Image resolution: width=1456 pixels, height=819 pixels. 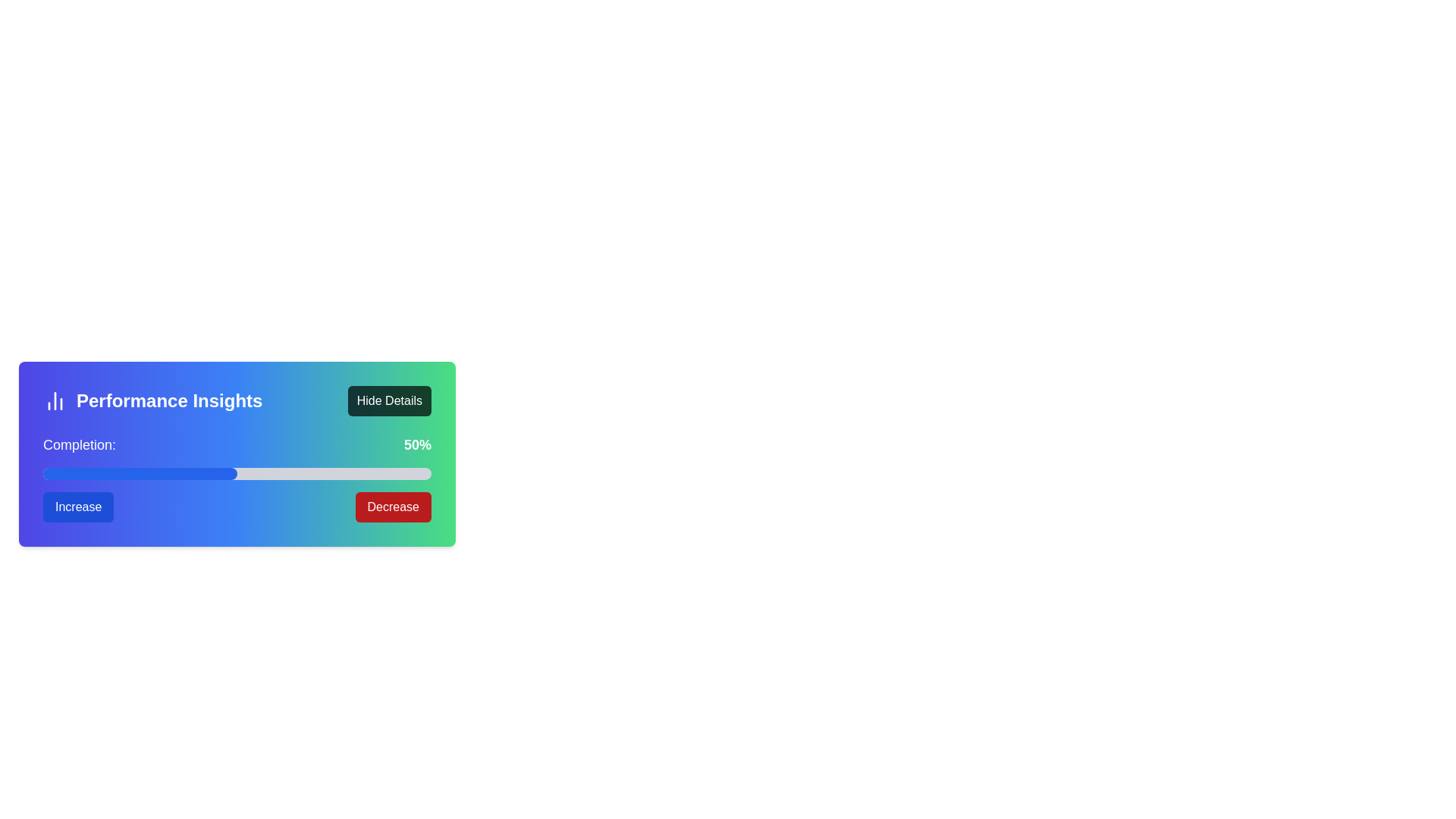 I want to click on the progress bar with a gray background and blue foreground, located beneath the text 'Completion: 50%', so click(x=236, y=472).